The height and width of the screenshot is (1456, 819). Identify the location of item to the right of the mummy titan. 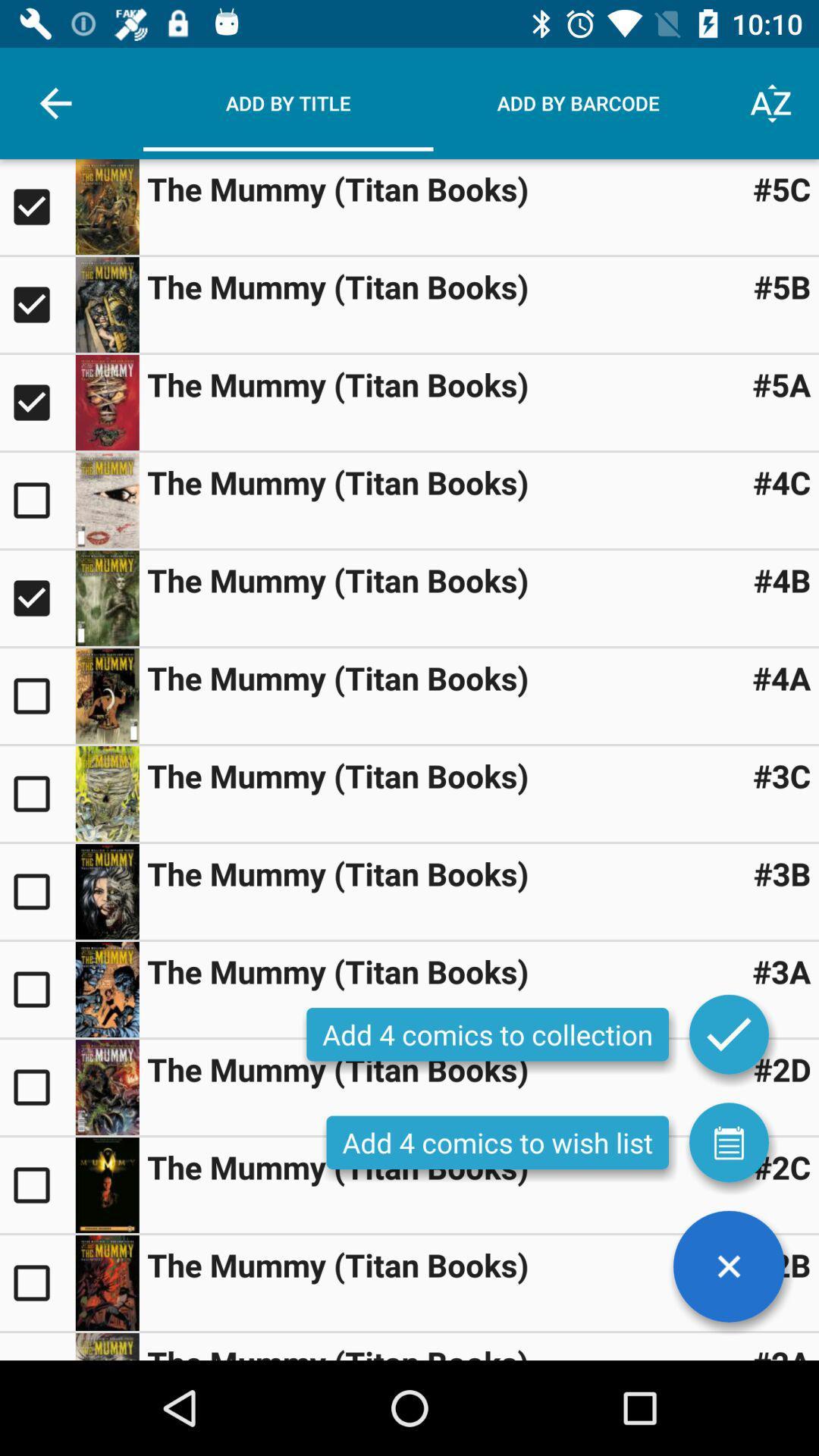
(782, 874).